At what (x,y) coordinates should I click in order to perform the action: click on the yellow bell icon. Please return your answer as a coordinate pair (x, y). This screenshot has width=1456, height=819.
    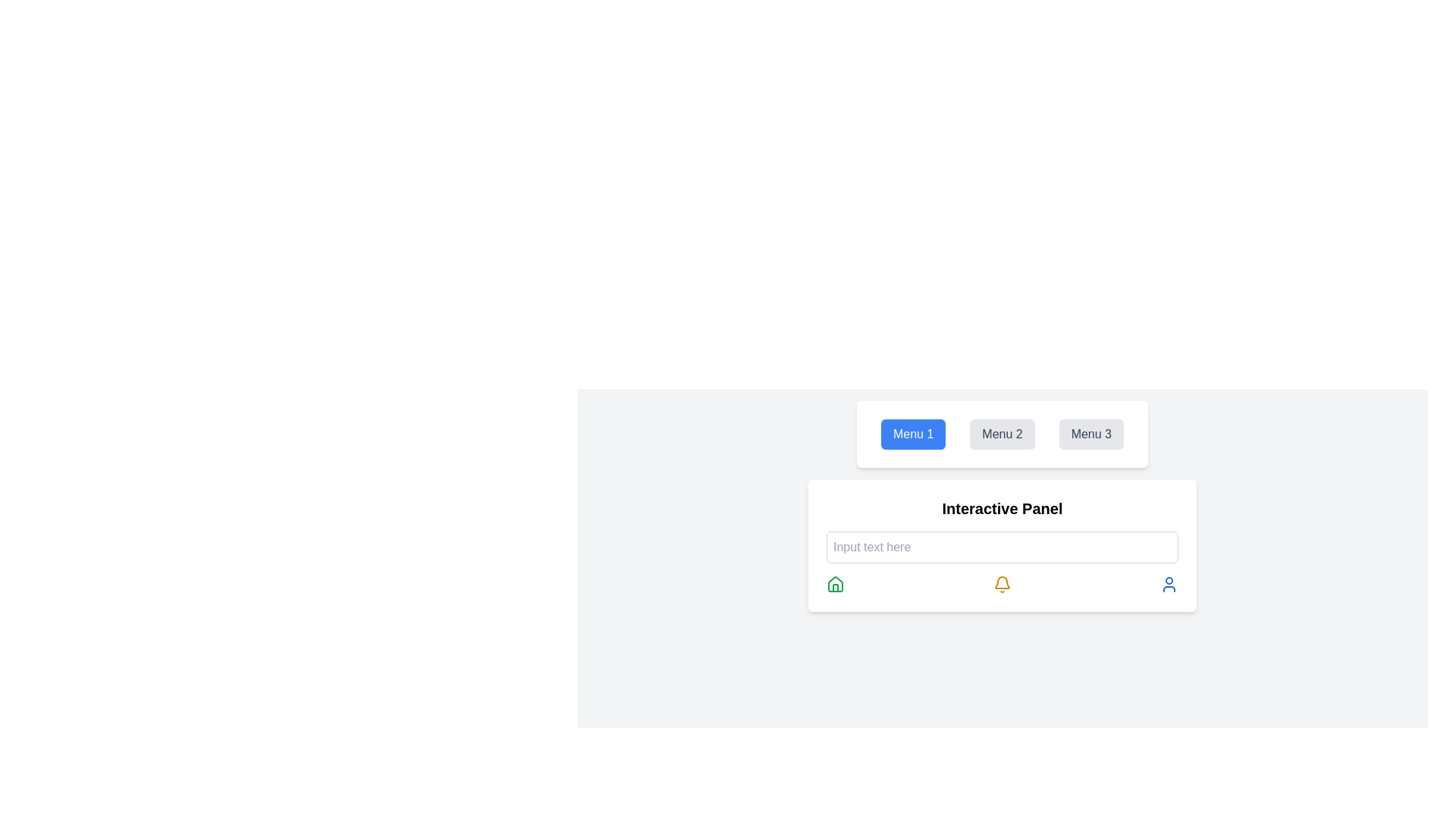
    Looking at the image, I should click on (1002, 584).